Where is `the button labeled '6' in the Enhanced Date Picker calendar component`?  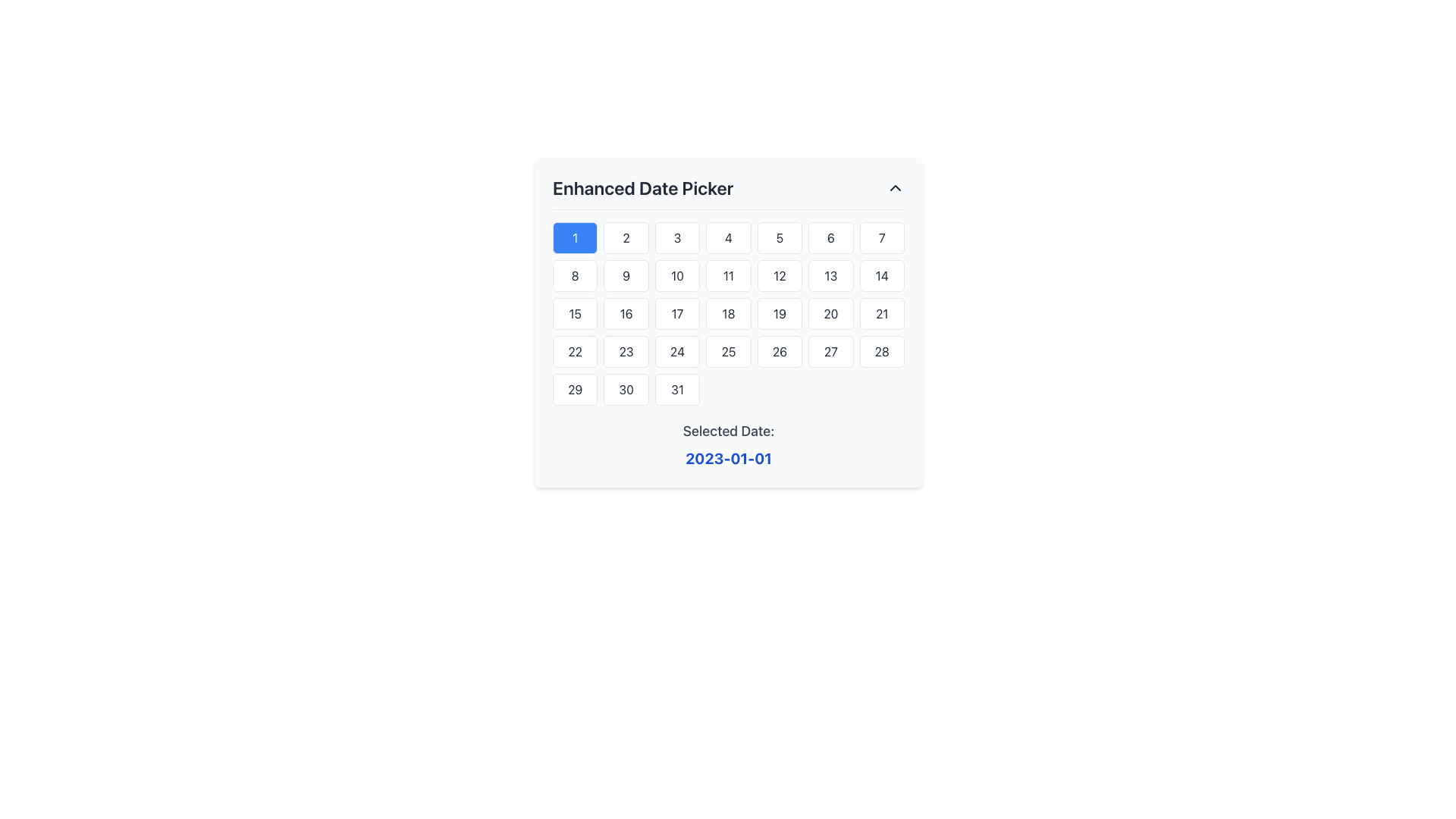 the button labeled '6' in the Enhanced Date Picker calendar component is located at coordinates (830, 237).